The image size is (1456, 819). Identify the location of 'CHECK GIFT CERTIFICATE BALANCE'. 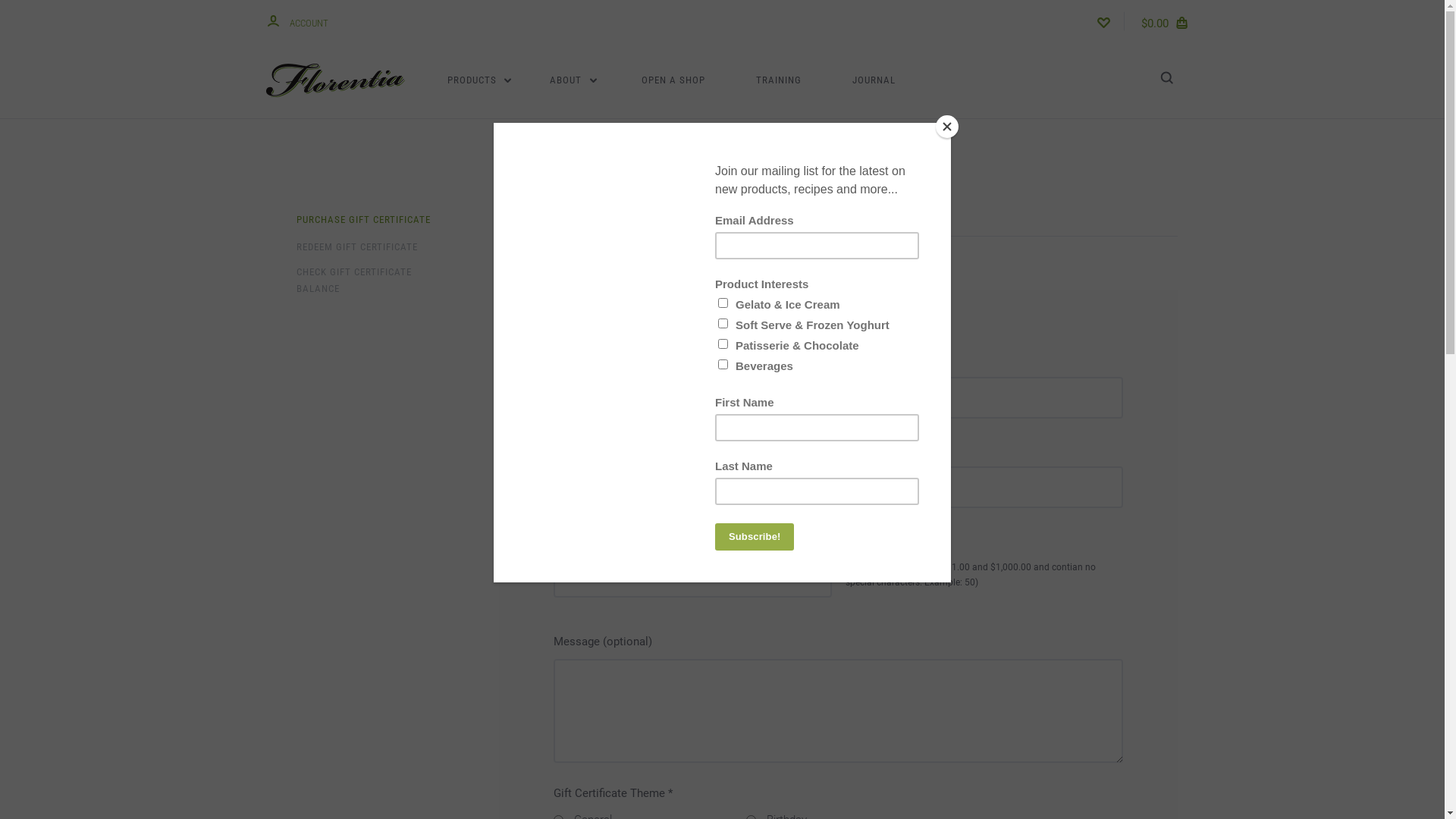
(362, 281).